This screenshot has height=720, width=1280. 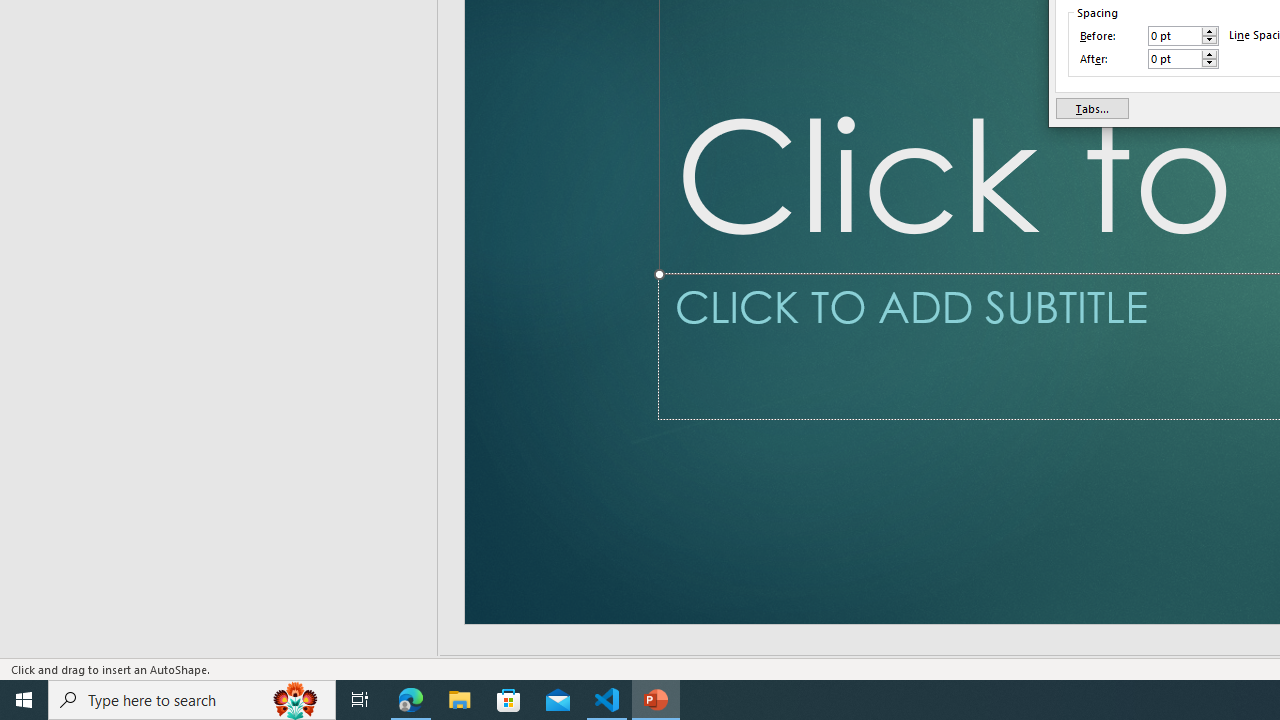 I want to click on 'Less', so click(x=1208, y=62).